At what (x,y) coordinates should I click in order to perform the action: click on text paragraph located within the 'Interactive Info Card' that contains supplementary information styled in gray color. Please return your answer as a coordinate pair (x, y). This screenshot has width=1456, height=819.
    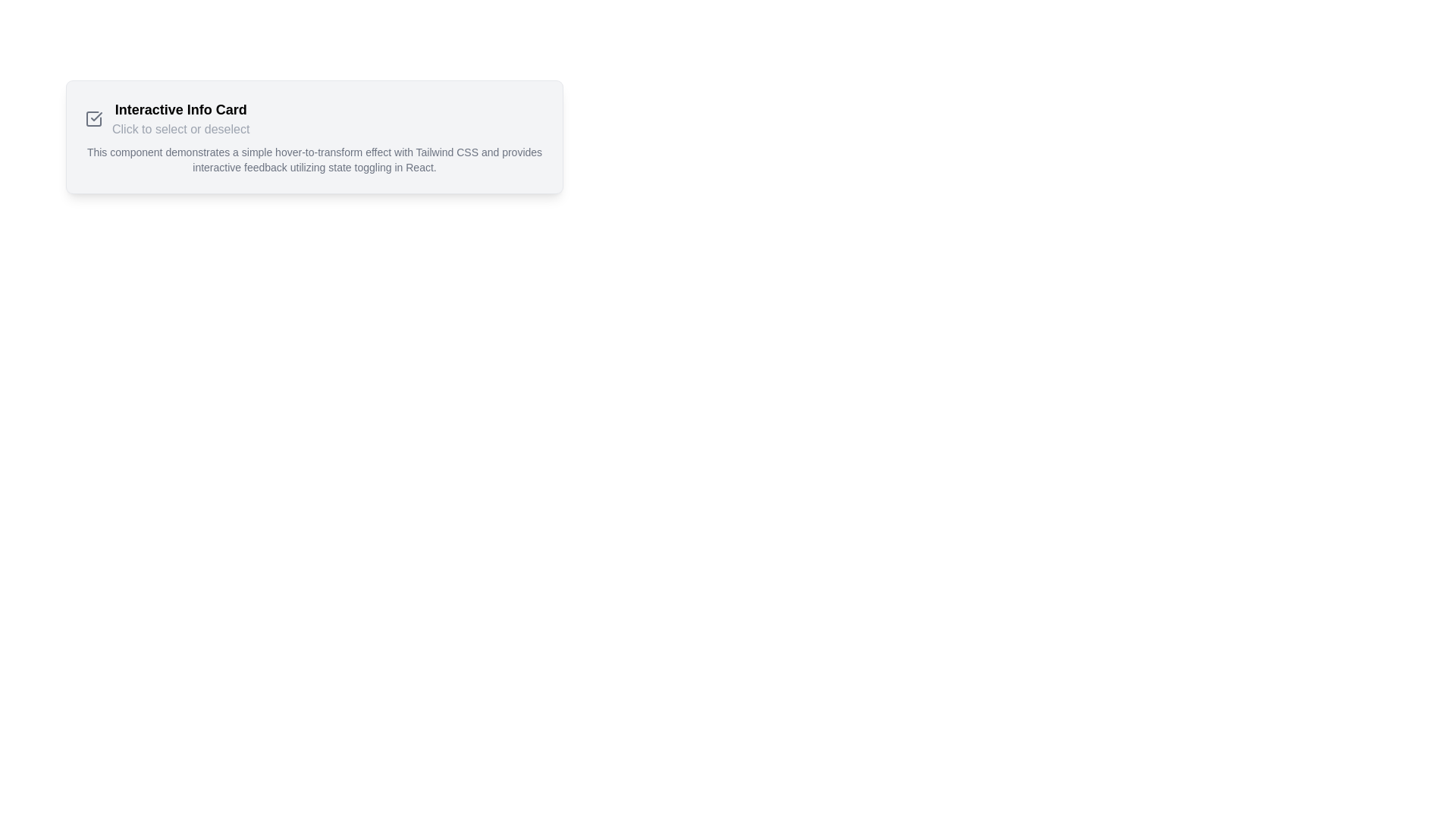
    Looking at the image, I should click on (313, 160).